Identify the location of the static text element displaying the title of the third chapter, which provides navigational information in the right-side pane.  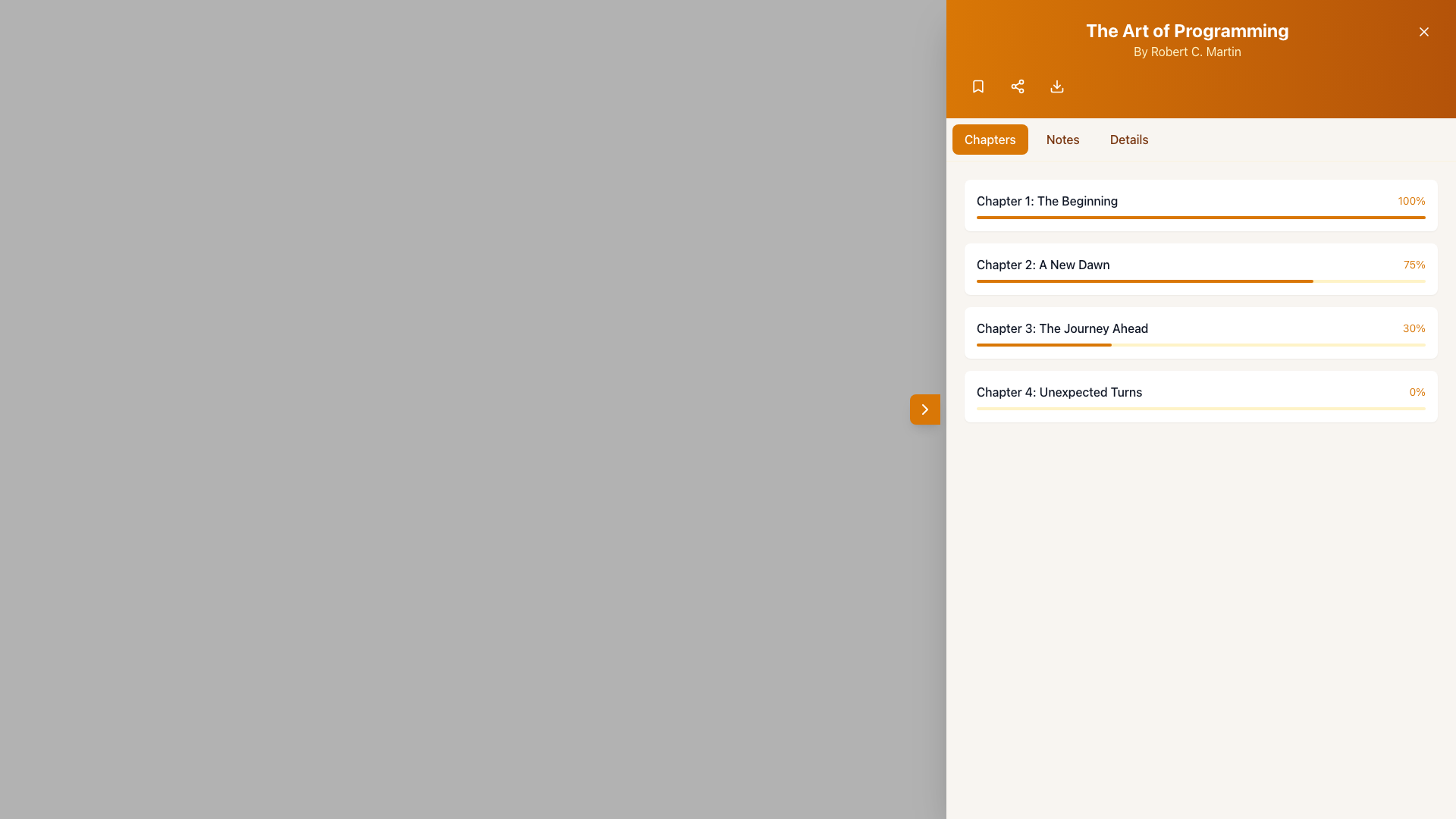
(1062, 327).